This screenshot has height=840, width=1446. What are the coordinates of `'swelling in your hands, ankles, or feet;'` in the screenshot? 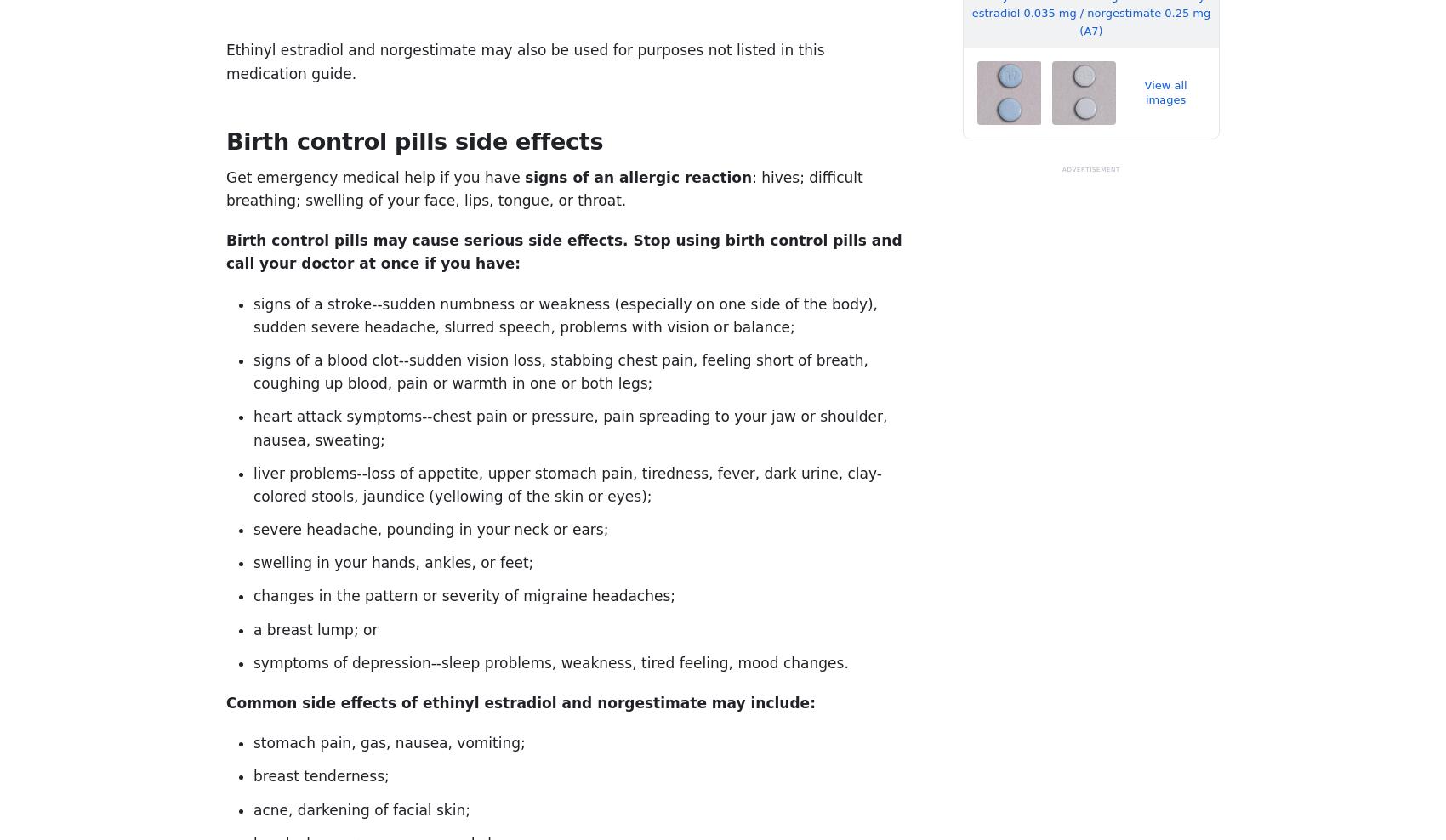 It's located at (393, 561).